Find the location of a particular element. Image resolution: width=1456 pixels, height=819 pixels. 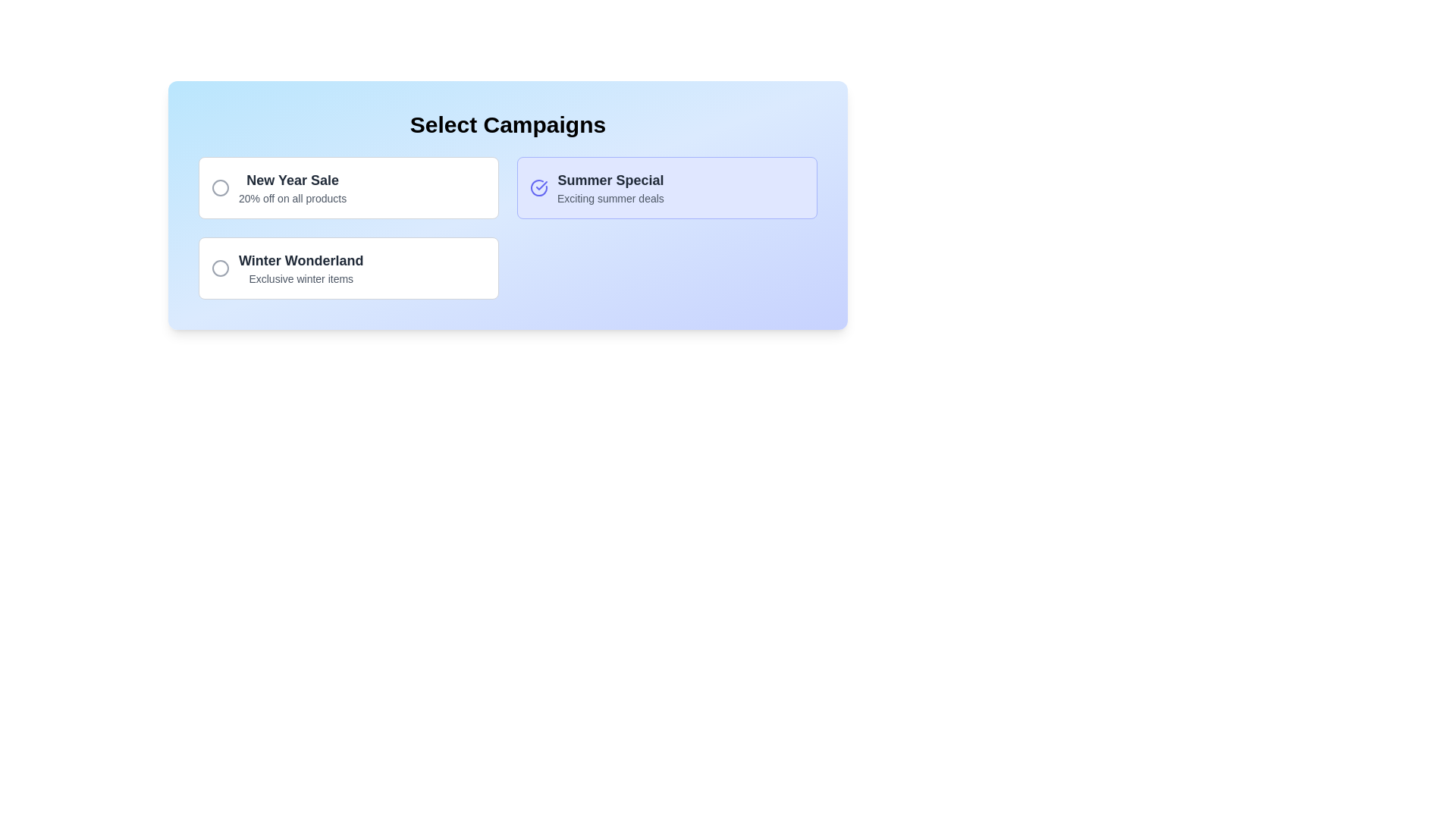

text from the 'Winter Wonderland' text label, which is styled in a bold font and located in the bottom left panel of the 'Select Campaigns' interface is located at coordinates (301, 259).